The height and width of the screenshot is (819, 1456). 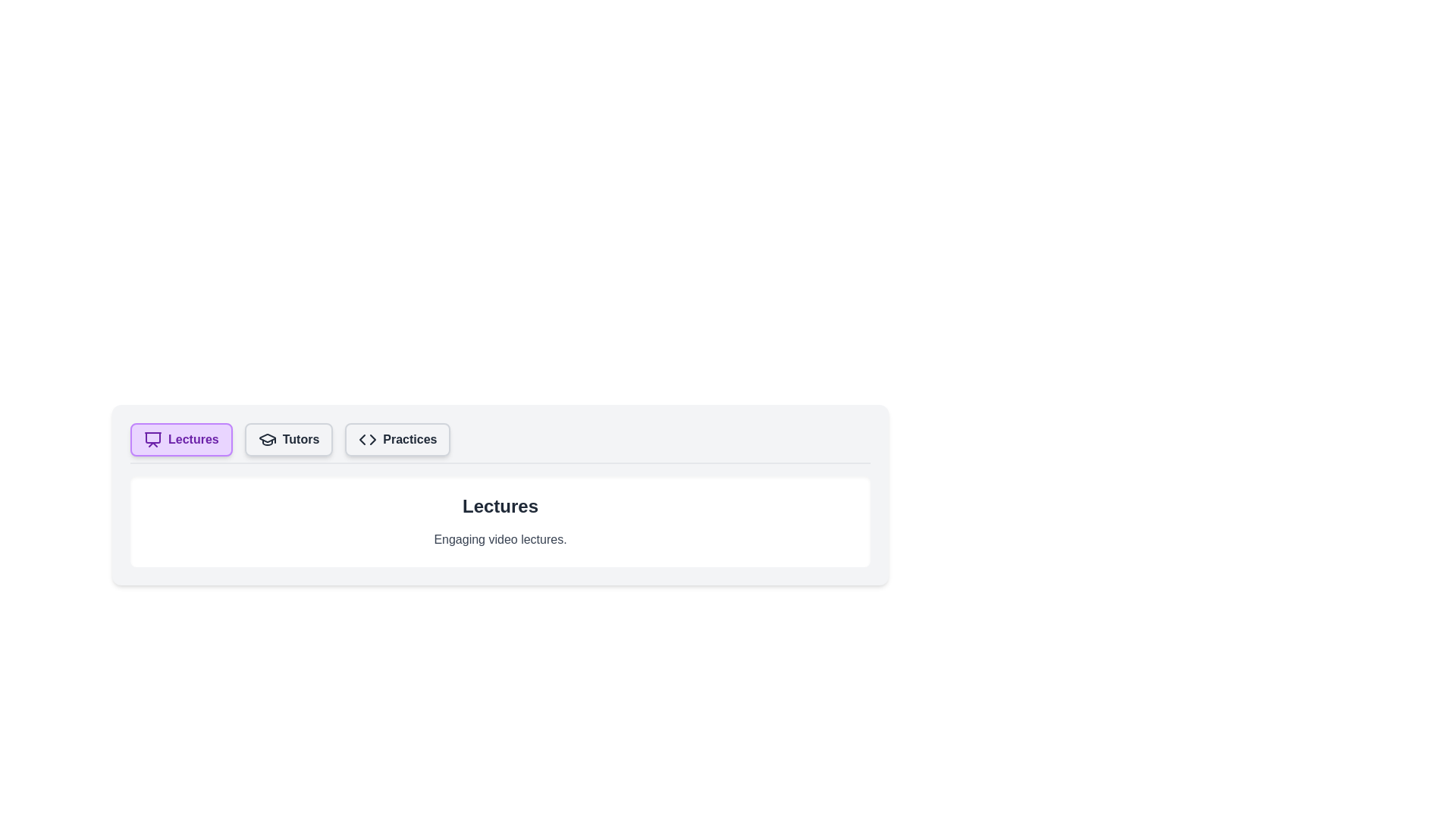 What do you see at coordinates (500, 539) in the screenshot?
I see `the text content area displaying 'Engaging video lectures.' located directly beneath the 'Lectures' heading in the main content area of the 'Lectures' tab` at bounding box center [500, 539].